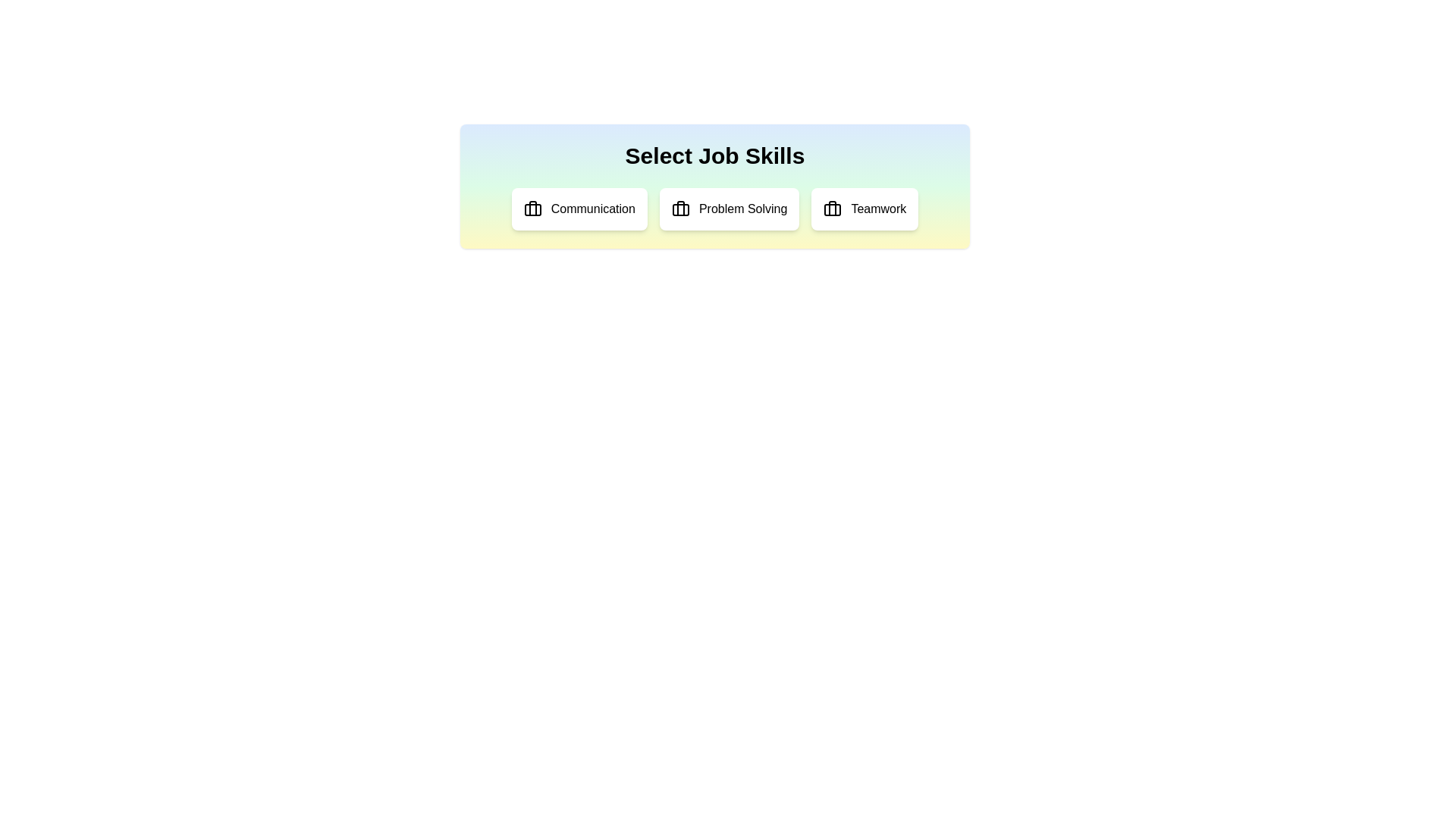 The image size is (1456, 819). What do you see at coordinates (579, 209) in the screenshot?
I see `the skill card labeled 'Communication' to select or deselect it` at bounding box center [579, 209].